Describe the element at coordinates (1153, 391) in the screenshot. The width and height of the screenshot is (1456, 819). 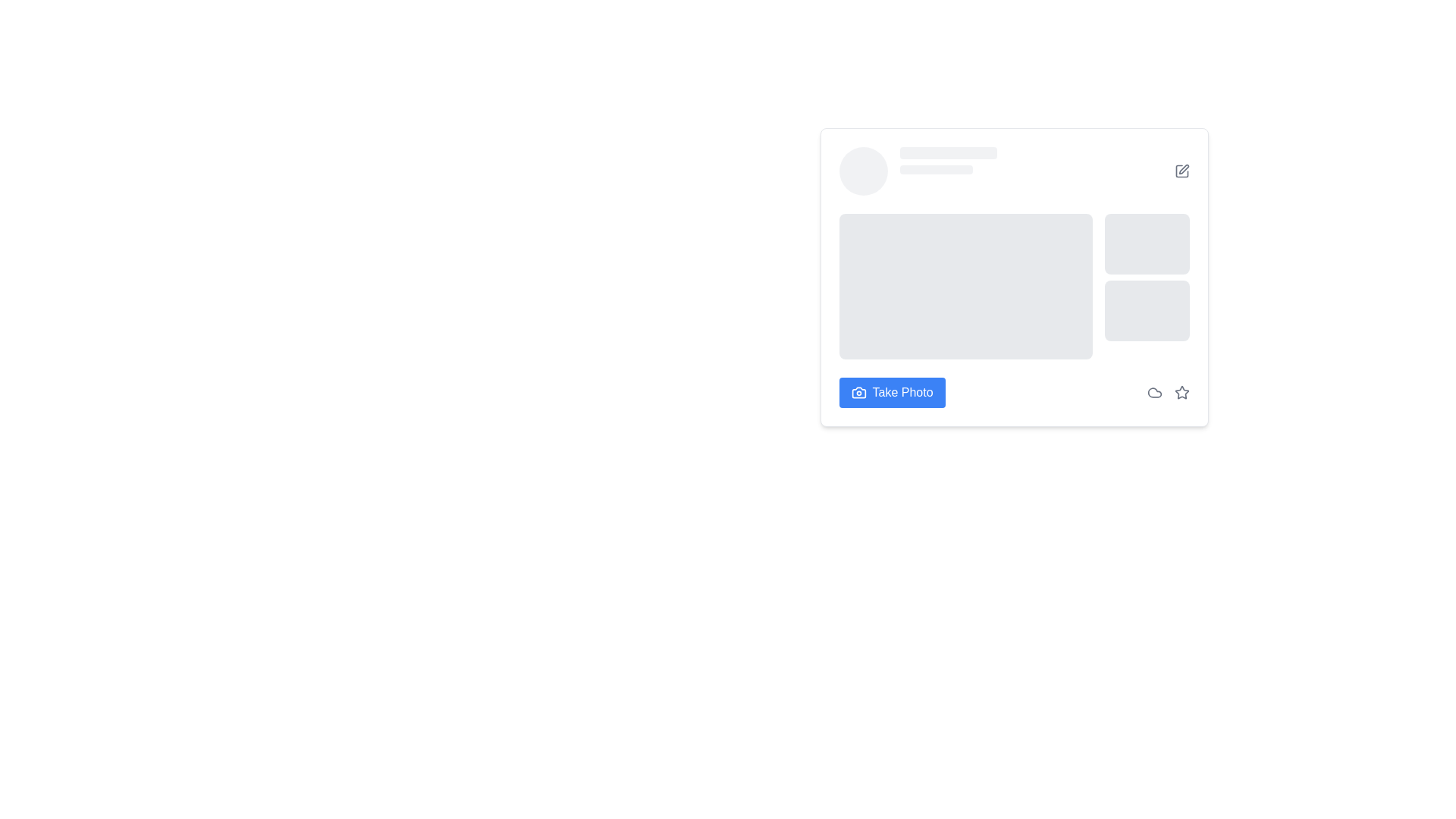
I see `the visual representation of the cloud-related icon located in the bottom-right corner of the rectangular card area` at that location.